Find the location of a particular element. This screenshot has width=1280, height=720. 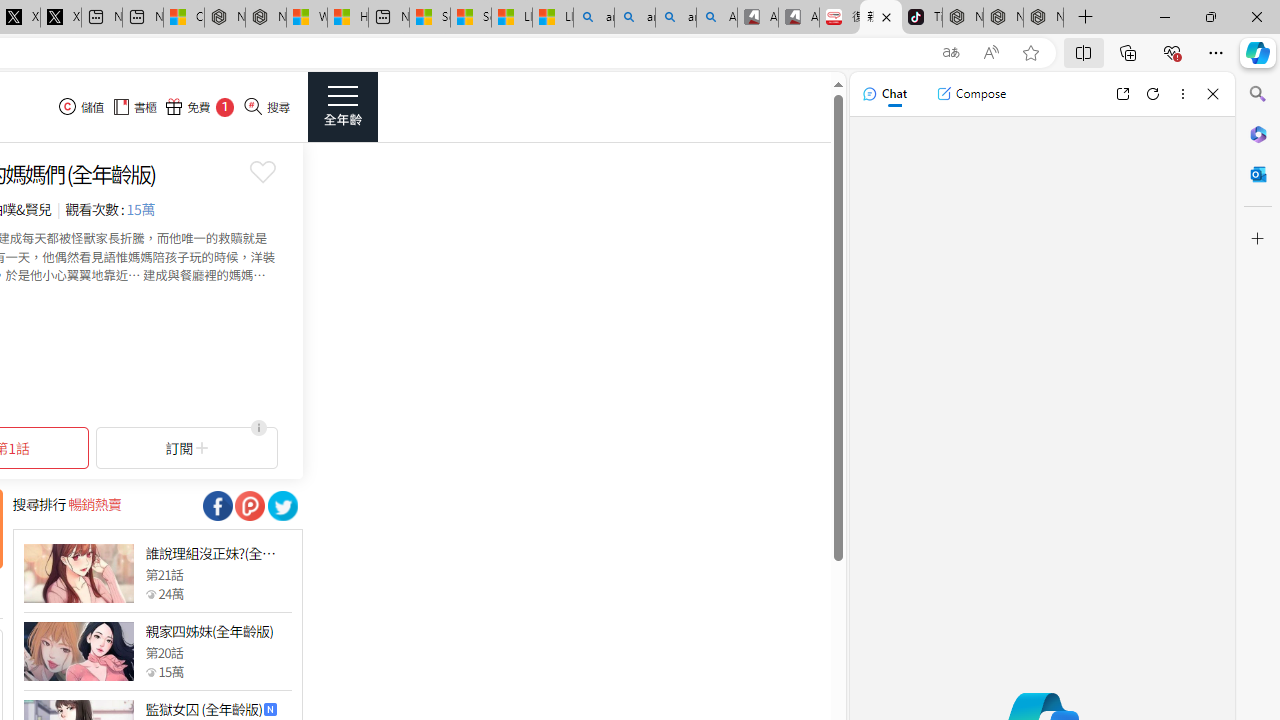

'Open link in new tab' is located at coordinates (1122, 93).